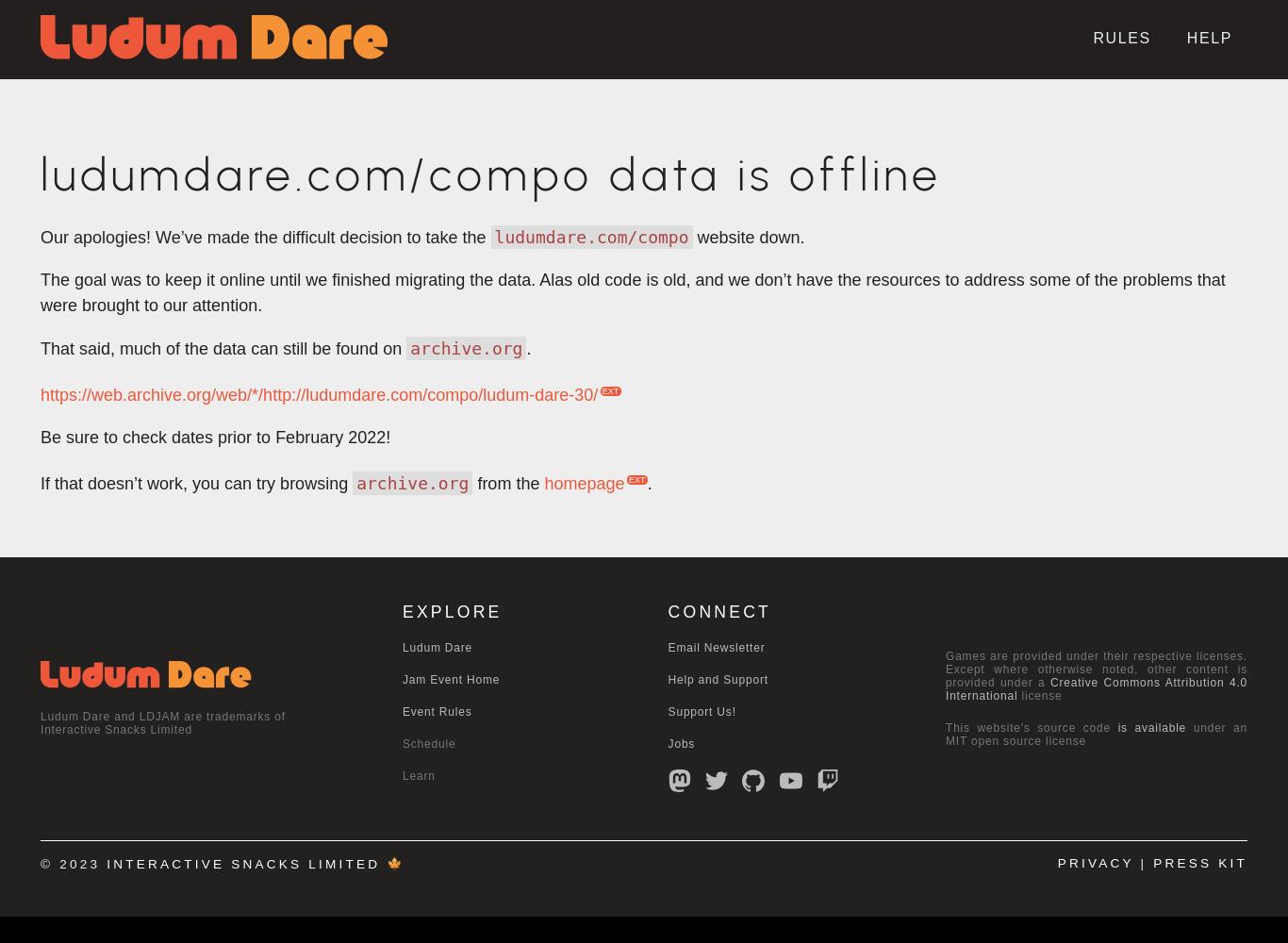 The image size is (1288, 943). What do you see at coordinates (1097, 735) in the screenshot?
I see `'under an MIT open source license'` at bounding box center [1097, 735].